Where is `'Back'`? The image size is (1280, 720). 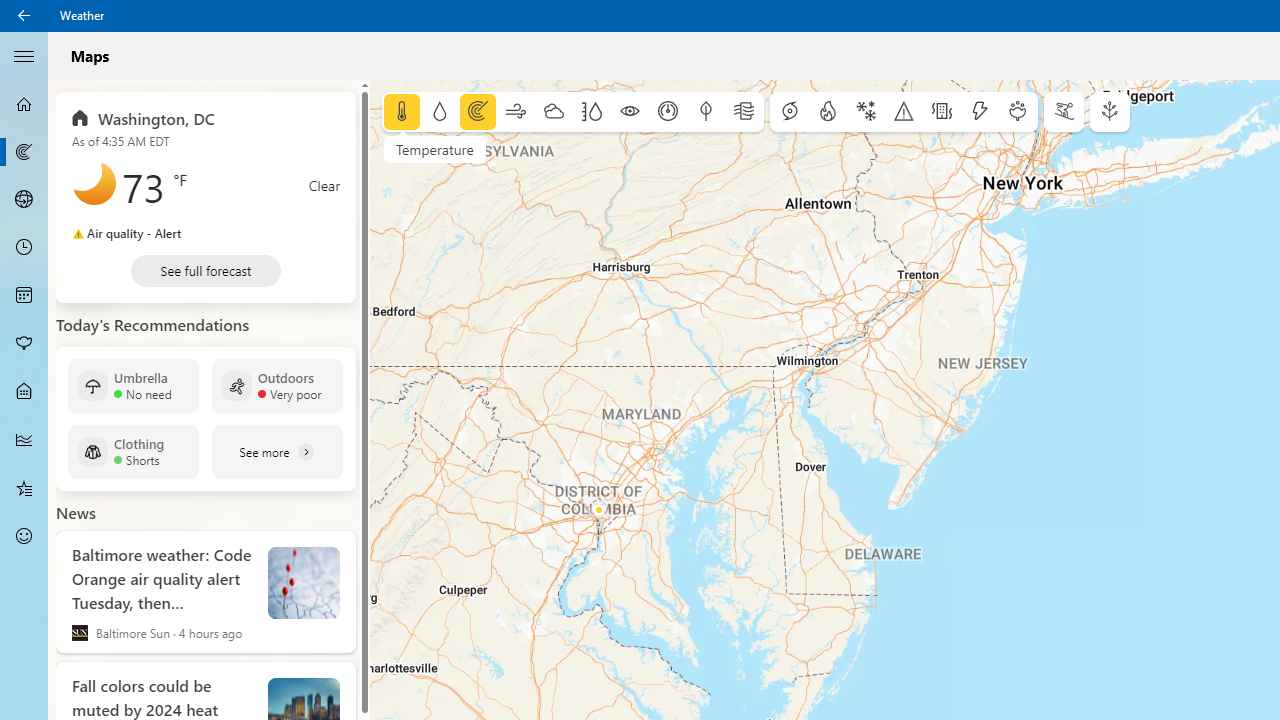 'Back' is located at coordinates (24, 15).